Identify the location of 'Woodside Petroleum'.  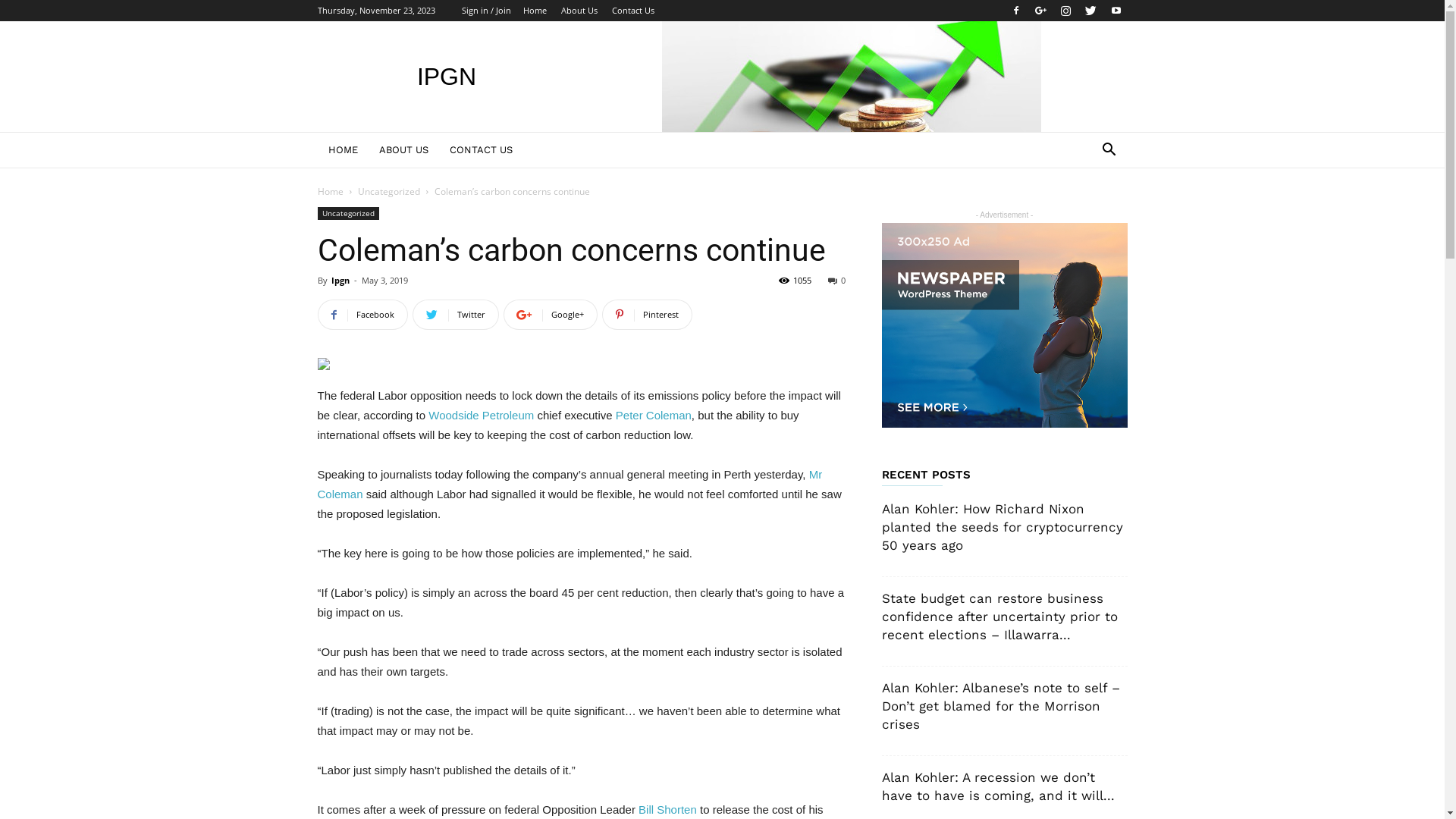
(428, 415).